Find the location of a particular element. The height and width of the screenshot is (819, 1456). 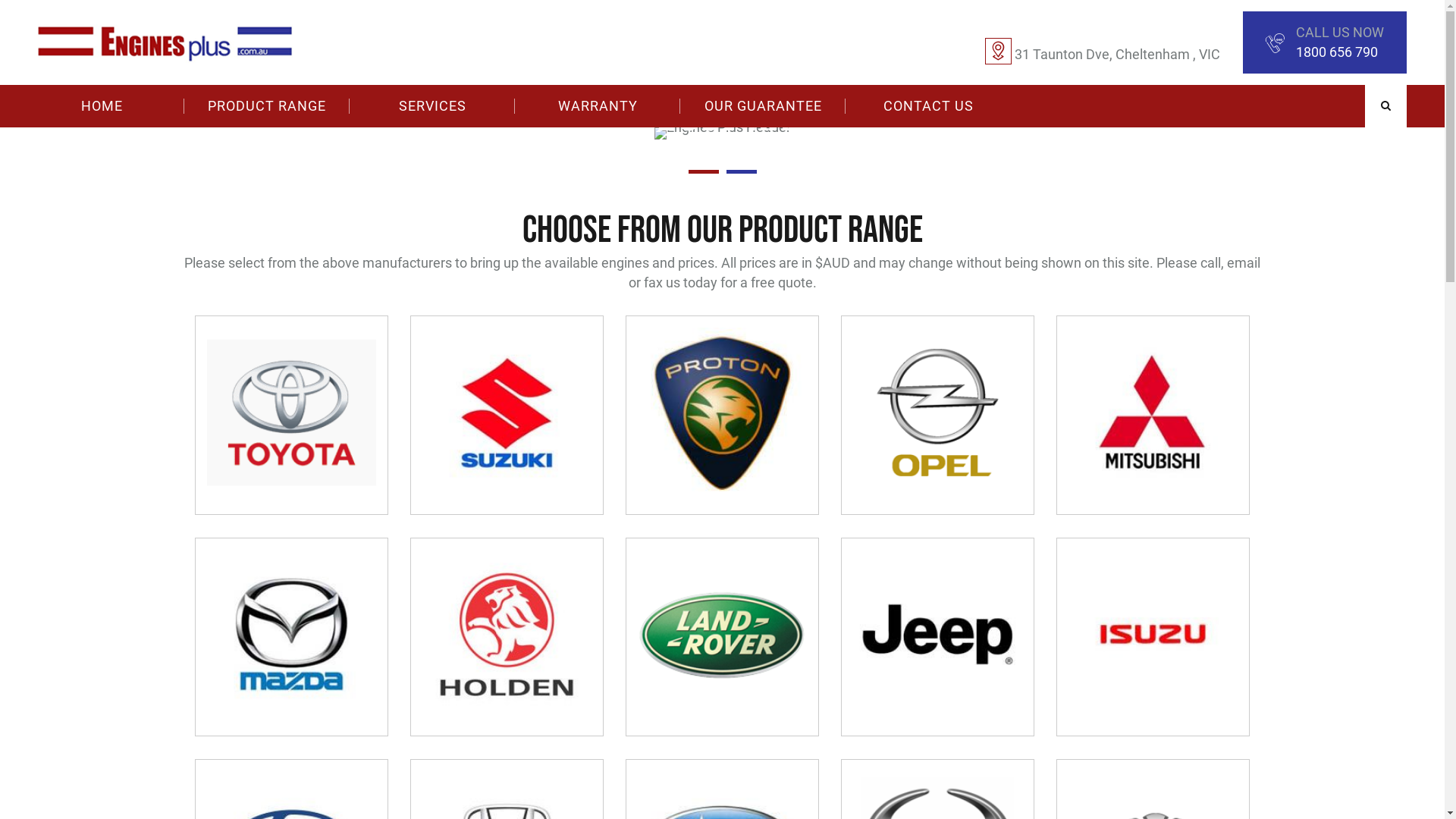

'CONTACT US' is located at coordinates (927, 105).